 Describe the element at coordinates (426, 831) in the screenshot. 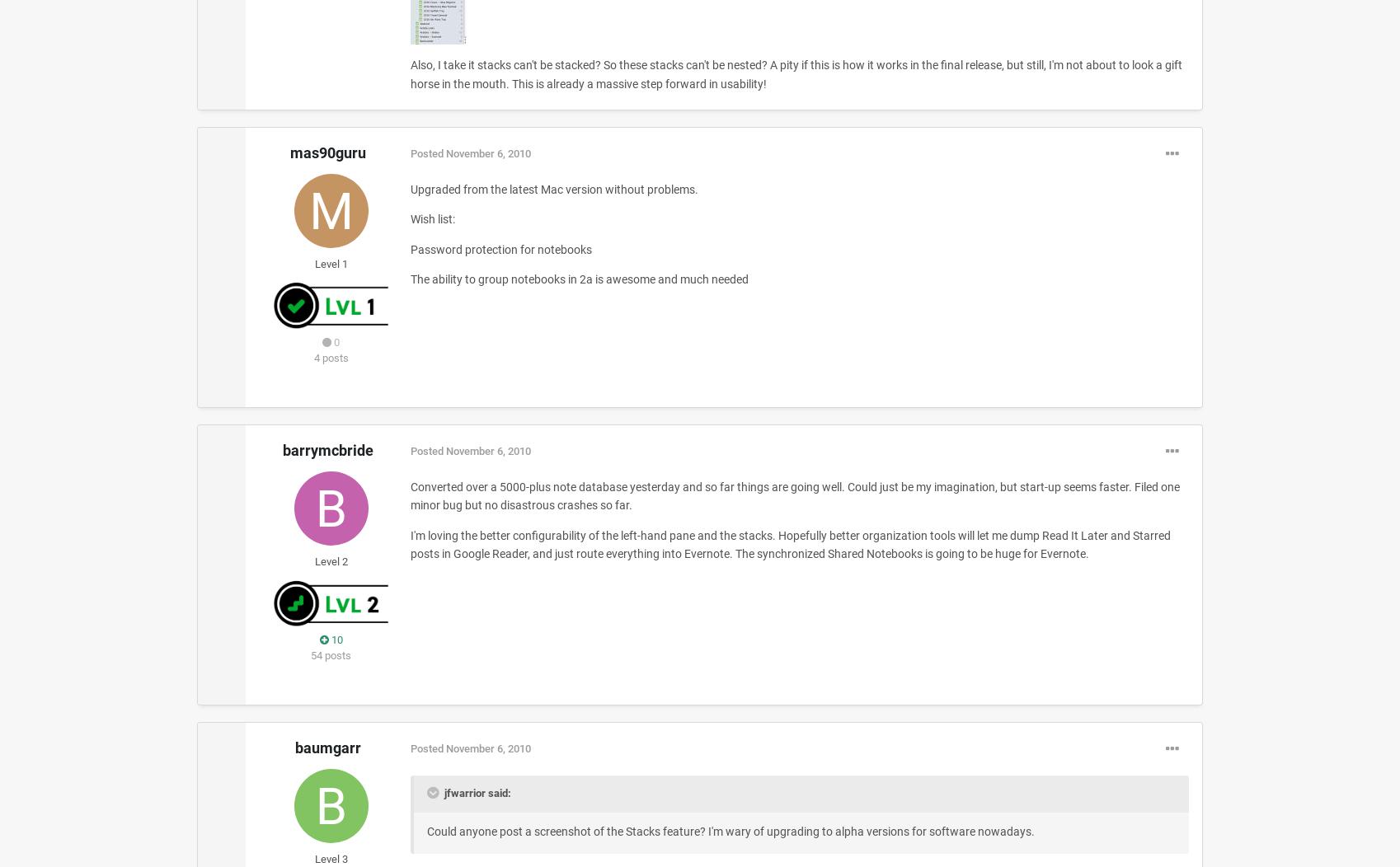

I see `'Could anyone post a screenshot of the Stacks feature? I'm wary of upgrading to alpha versions for software nowadays.'` at that location.